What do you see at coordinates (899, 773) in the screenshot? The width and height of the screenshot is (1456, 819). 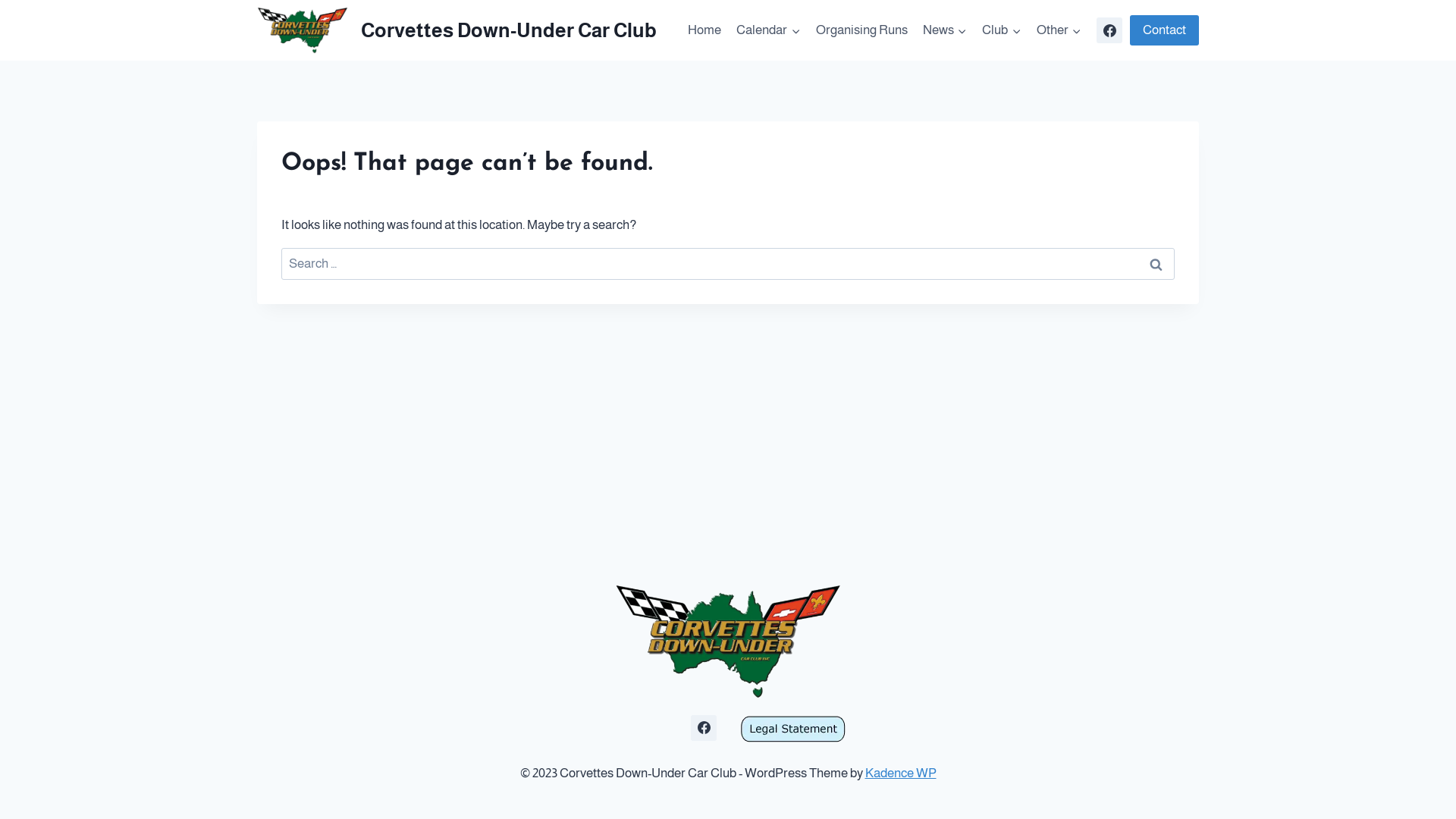 I see `'Kadence WP'` at bounding box center [899, 773].